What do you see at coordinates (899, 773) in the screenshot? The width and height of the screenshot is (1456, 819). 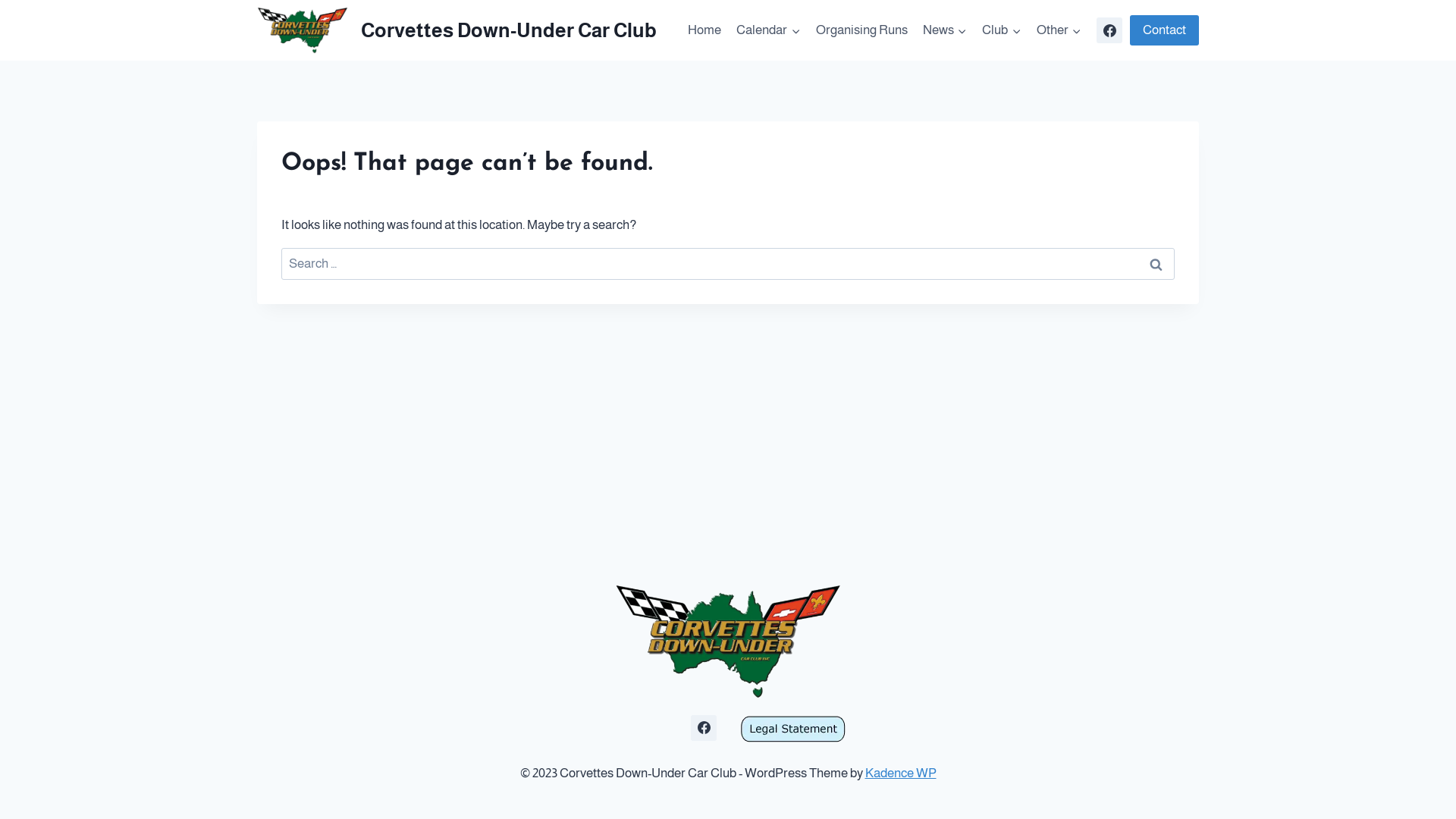 I see `'Kadence WP'` at bounding box center [899, 773].